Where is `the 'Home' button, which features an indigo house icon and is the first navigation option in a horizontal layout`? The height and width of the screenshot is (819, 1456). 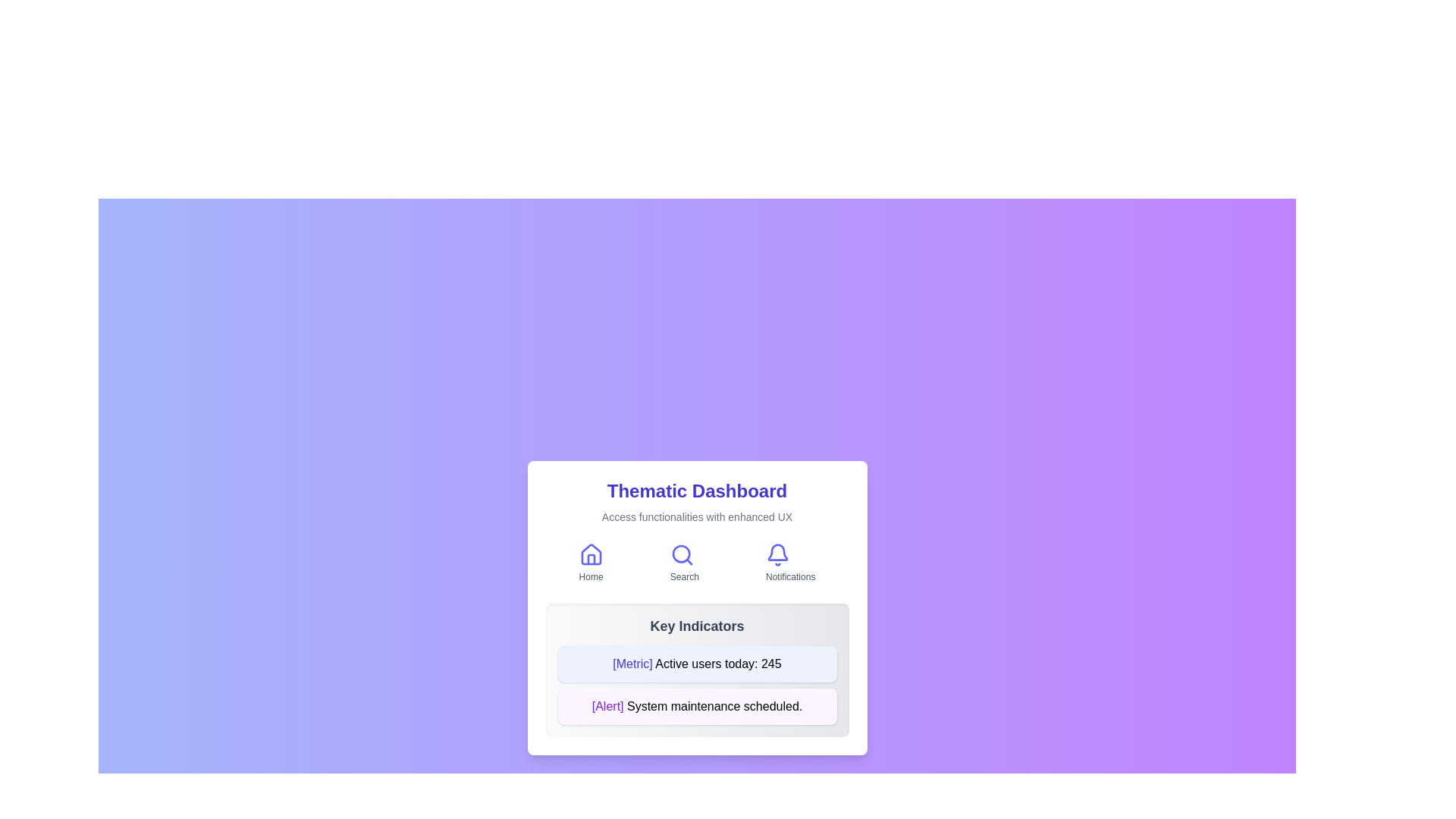
the 'Home' button, which features an indigo house icon and is the first navigation option in a horizontal layout is located at coordinates (590, 564).